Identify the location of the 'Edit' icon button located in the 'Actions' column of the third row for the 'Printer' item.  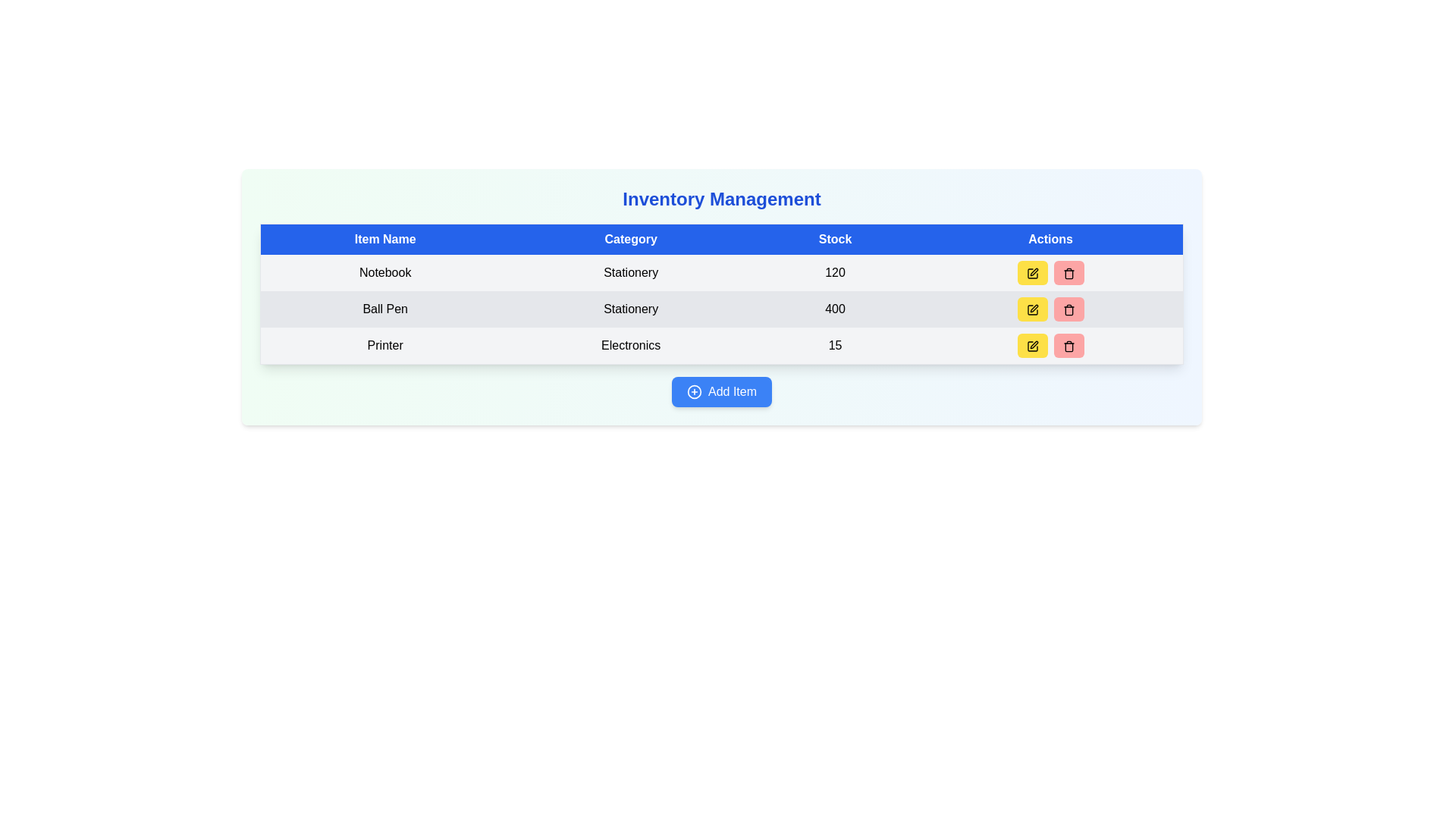
(1033, 344).